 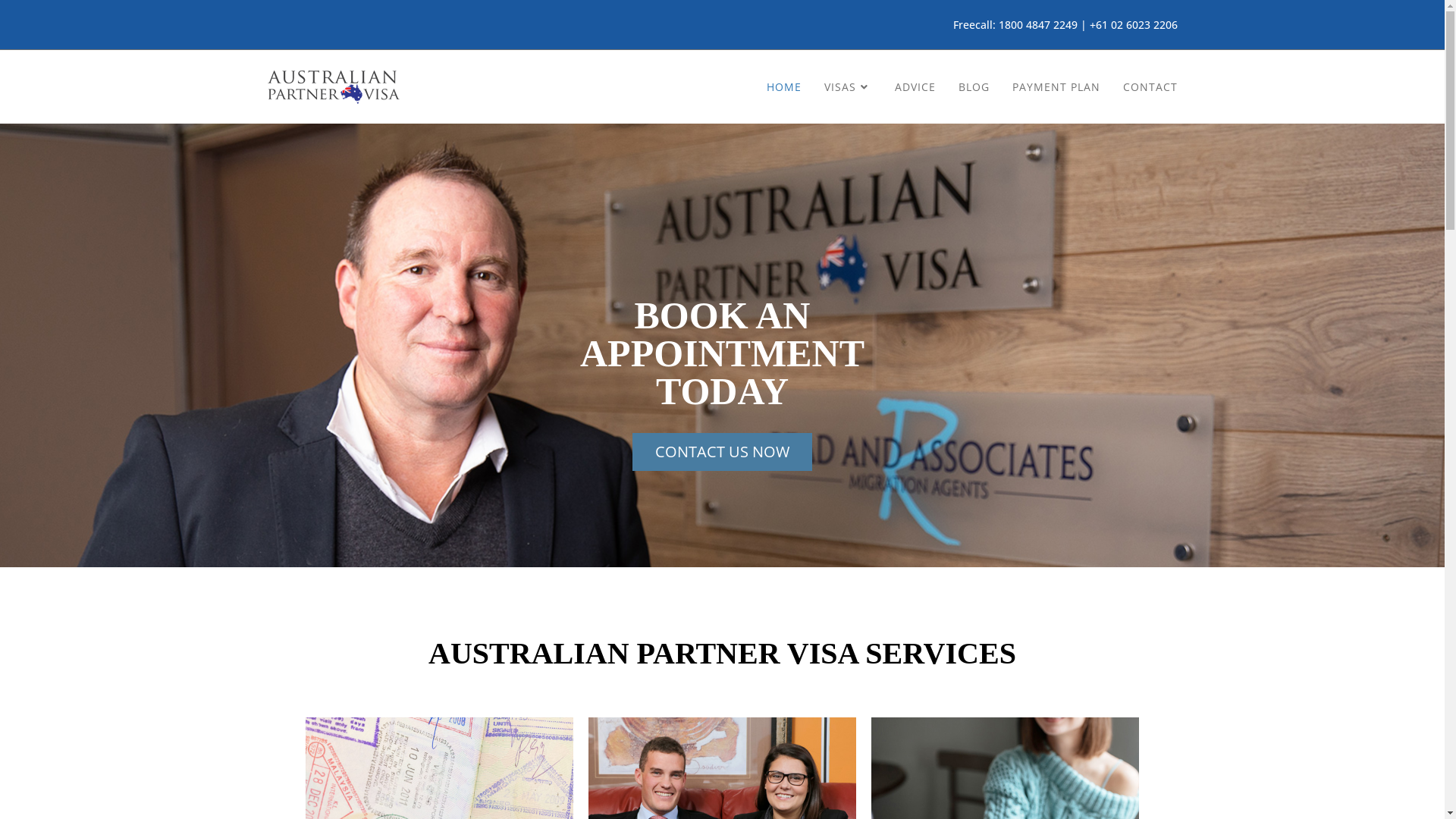 I want to click on 'HOME', so click(x=755, y=86).